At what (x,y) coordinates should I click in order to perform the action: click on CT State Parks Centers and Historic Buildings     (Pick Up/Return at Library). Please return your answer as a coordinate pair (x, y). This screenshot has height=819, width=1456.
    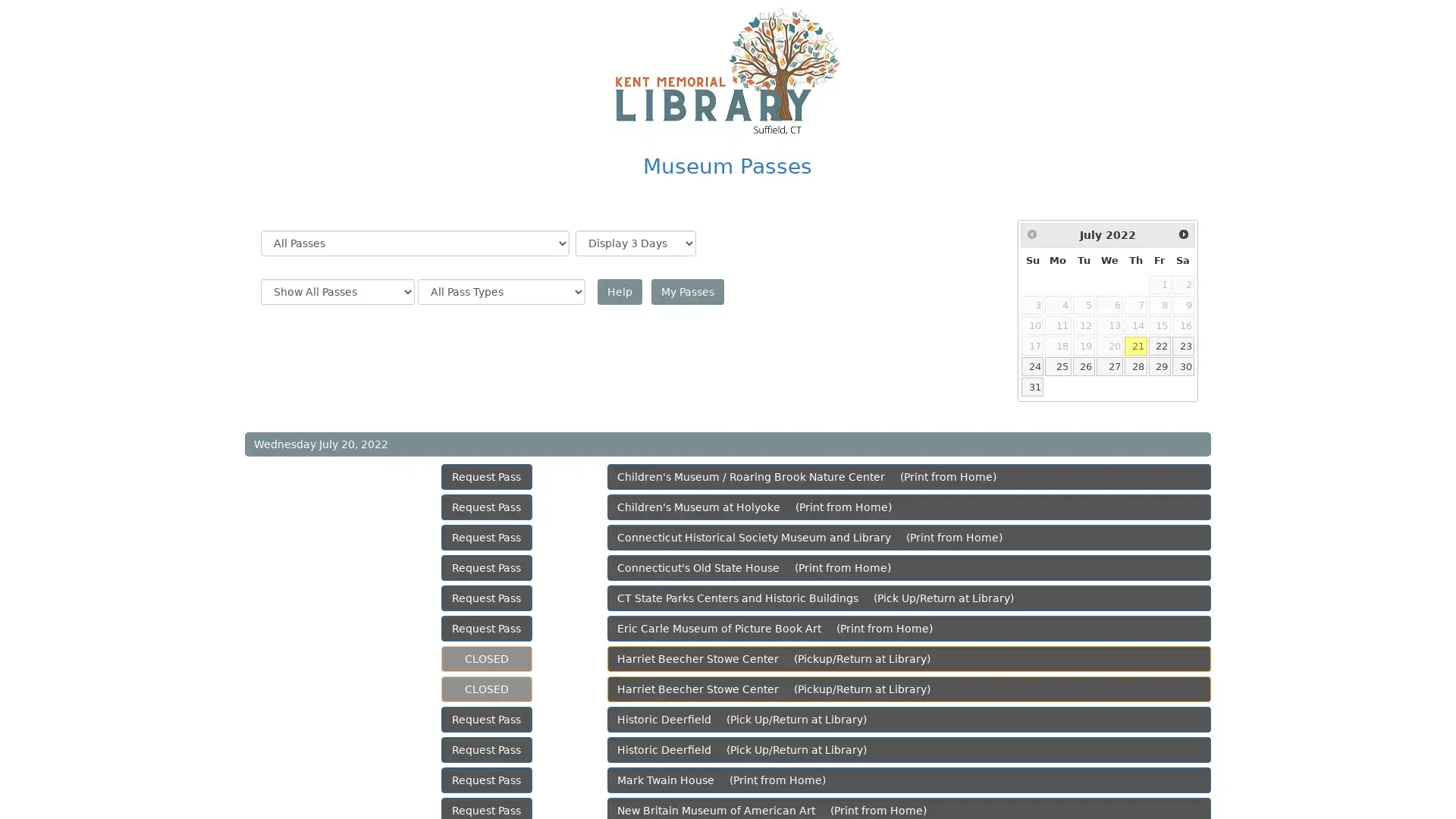
    Looking at the image, I should click on (908, 598).